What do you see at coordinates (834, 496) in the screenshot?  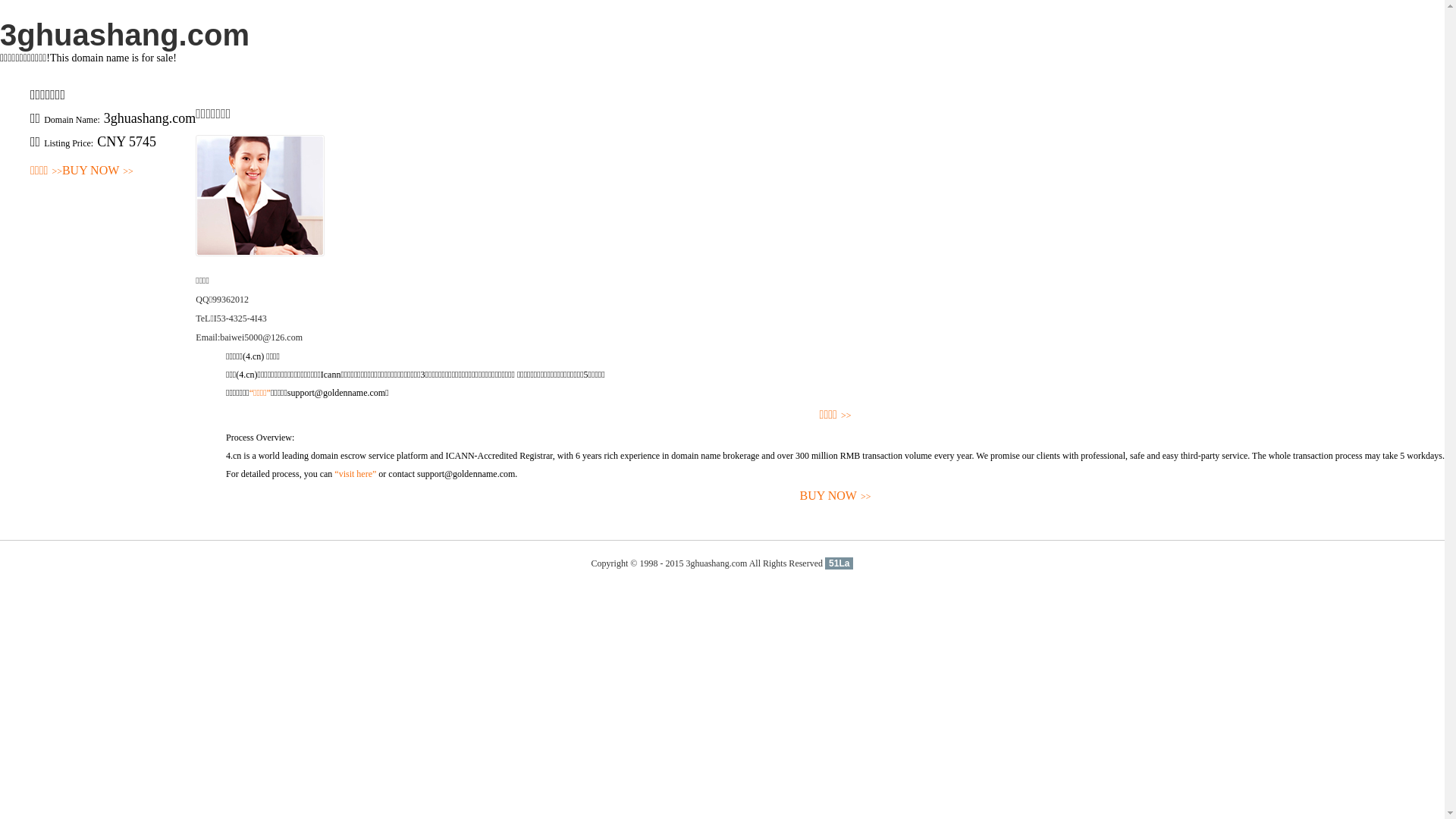 I see `'BUY NOW>>'` at bounding box center [834, 496].